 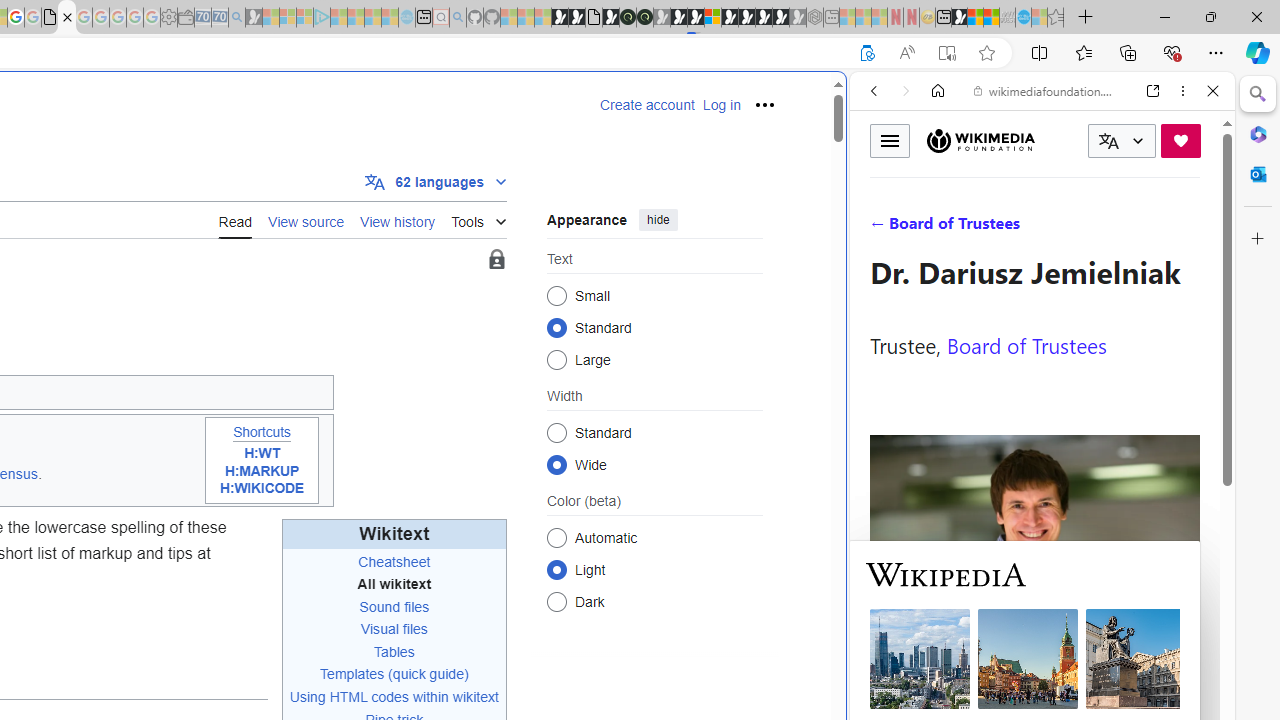 I want to click on 'Help:Wikitext - Wikipedia', so click(x=67, y=17).